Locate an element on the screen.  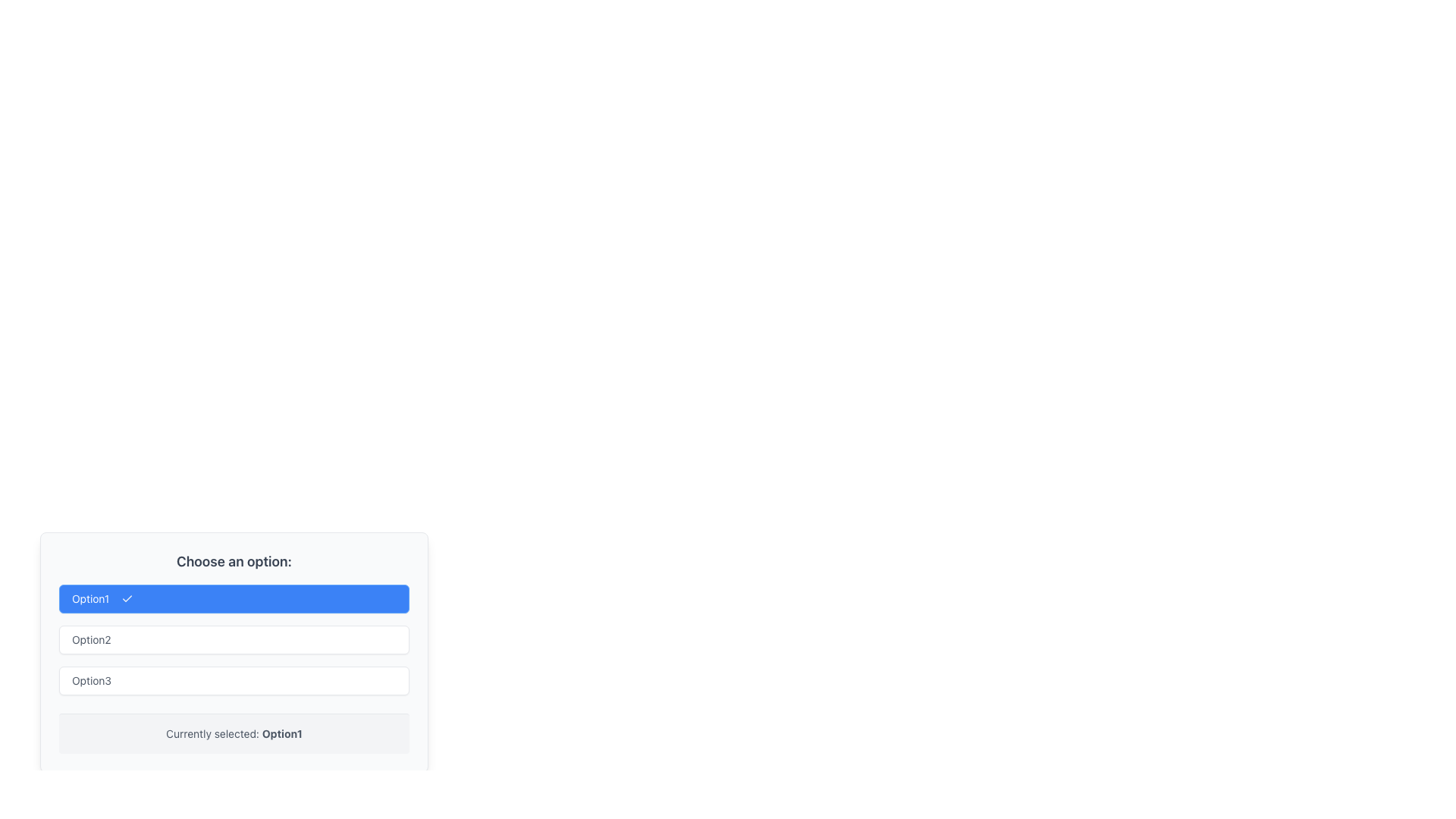
the text label displaying 'Currently selected: Option1', which is located within a light-gray block at the bottom of the interface is located at coordinates (233, 733).